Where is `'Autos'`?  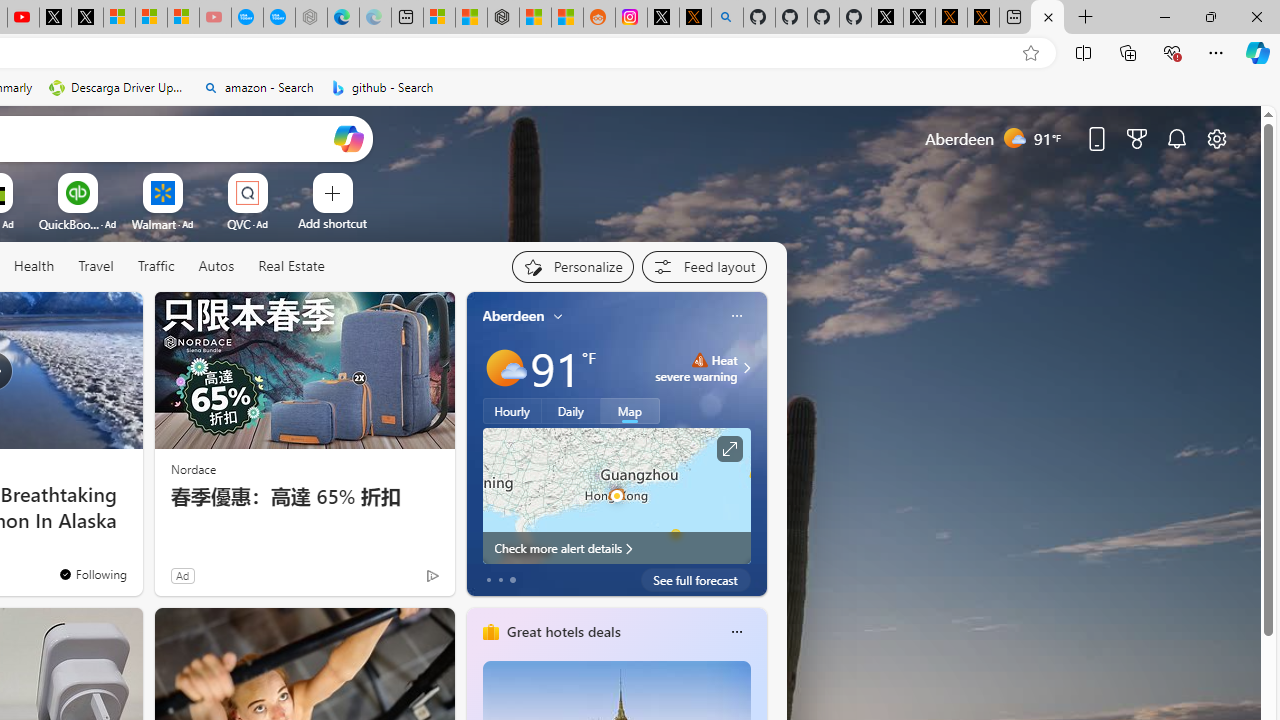 'Autos' is located at coordinates (216, 265).